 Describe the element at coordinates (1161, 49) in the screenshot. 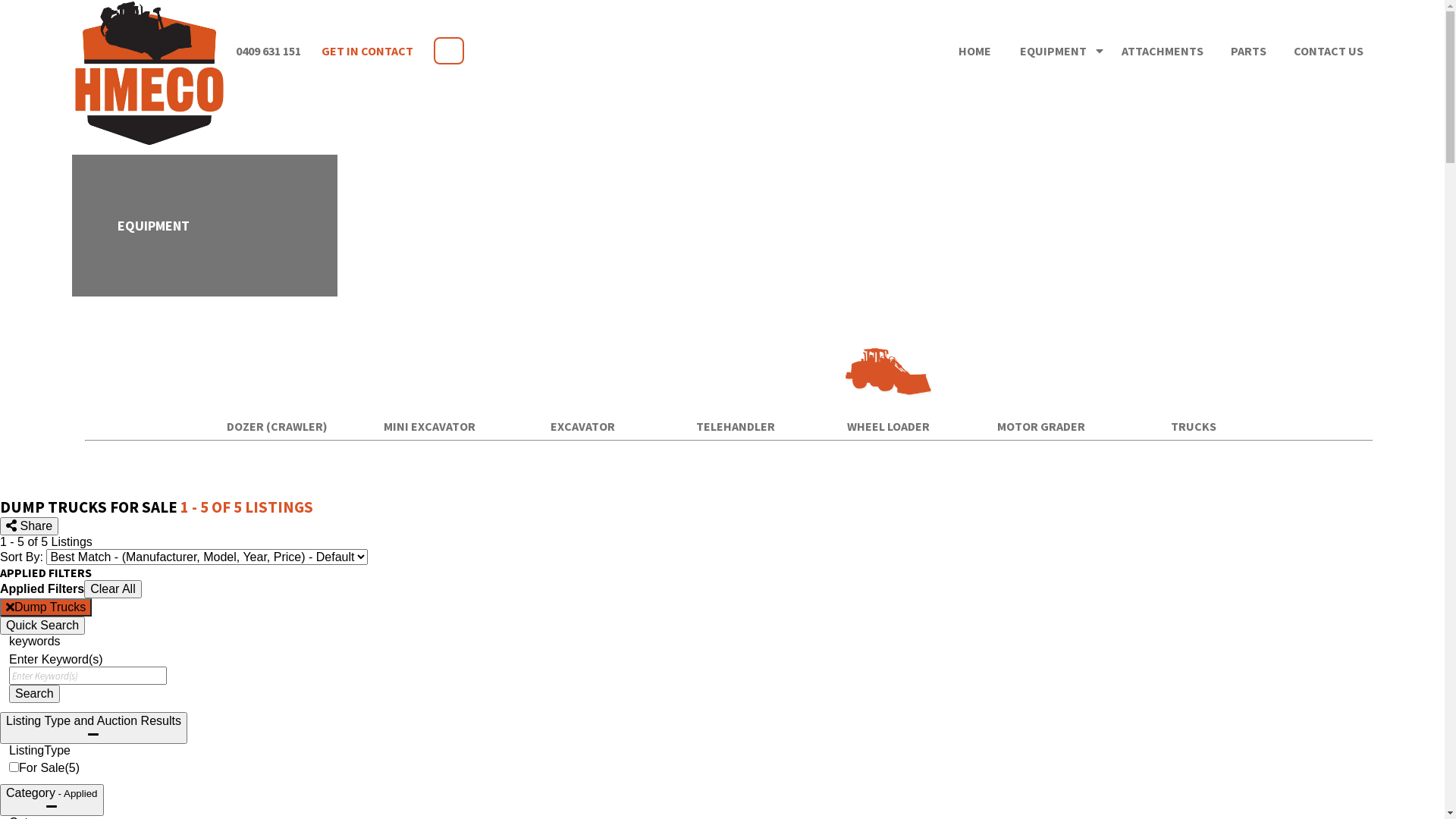

I see `'ATTACHMENTS'` at that location.